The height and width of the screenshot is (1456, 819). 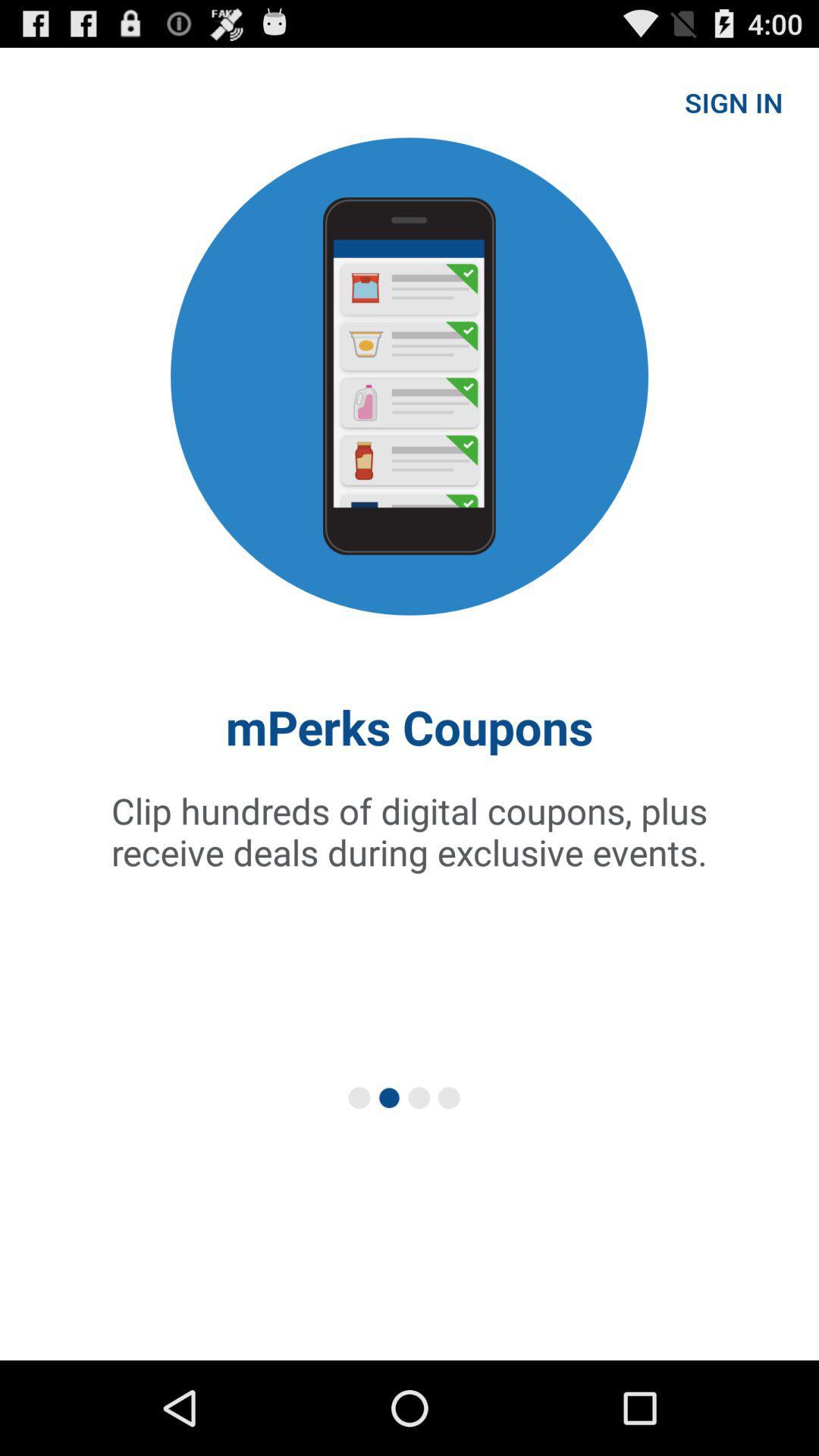 I want to click on the sign in item, so click(x=733, y=101).